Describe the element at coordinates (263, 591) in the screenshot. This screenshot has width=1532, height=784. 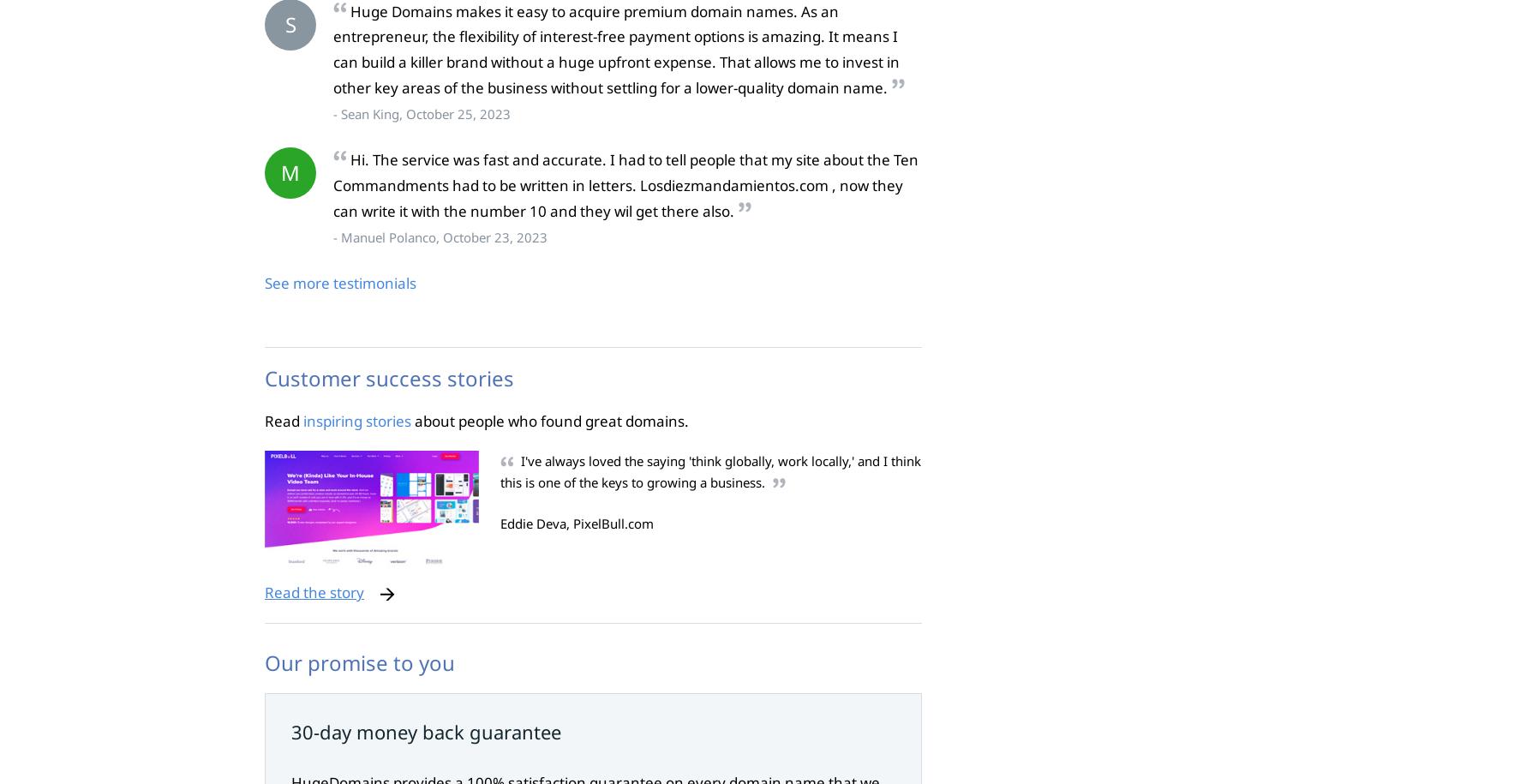
I see `'Read the story'` at that location.